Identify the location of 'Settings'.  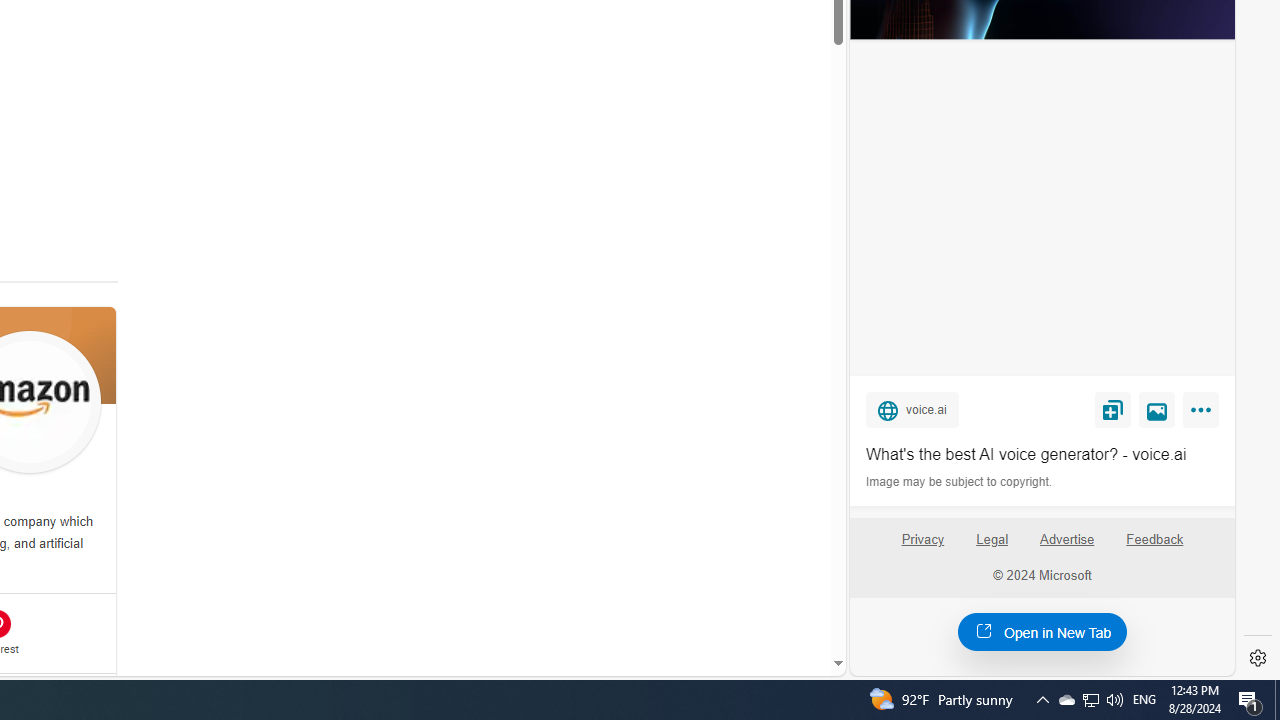
(1257, 658).